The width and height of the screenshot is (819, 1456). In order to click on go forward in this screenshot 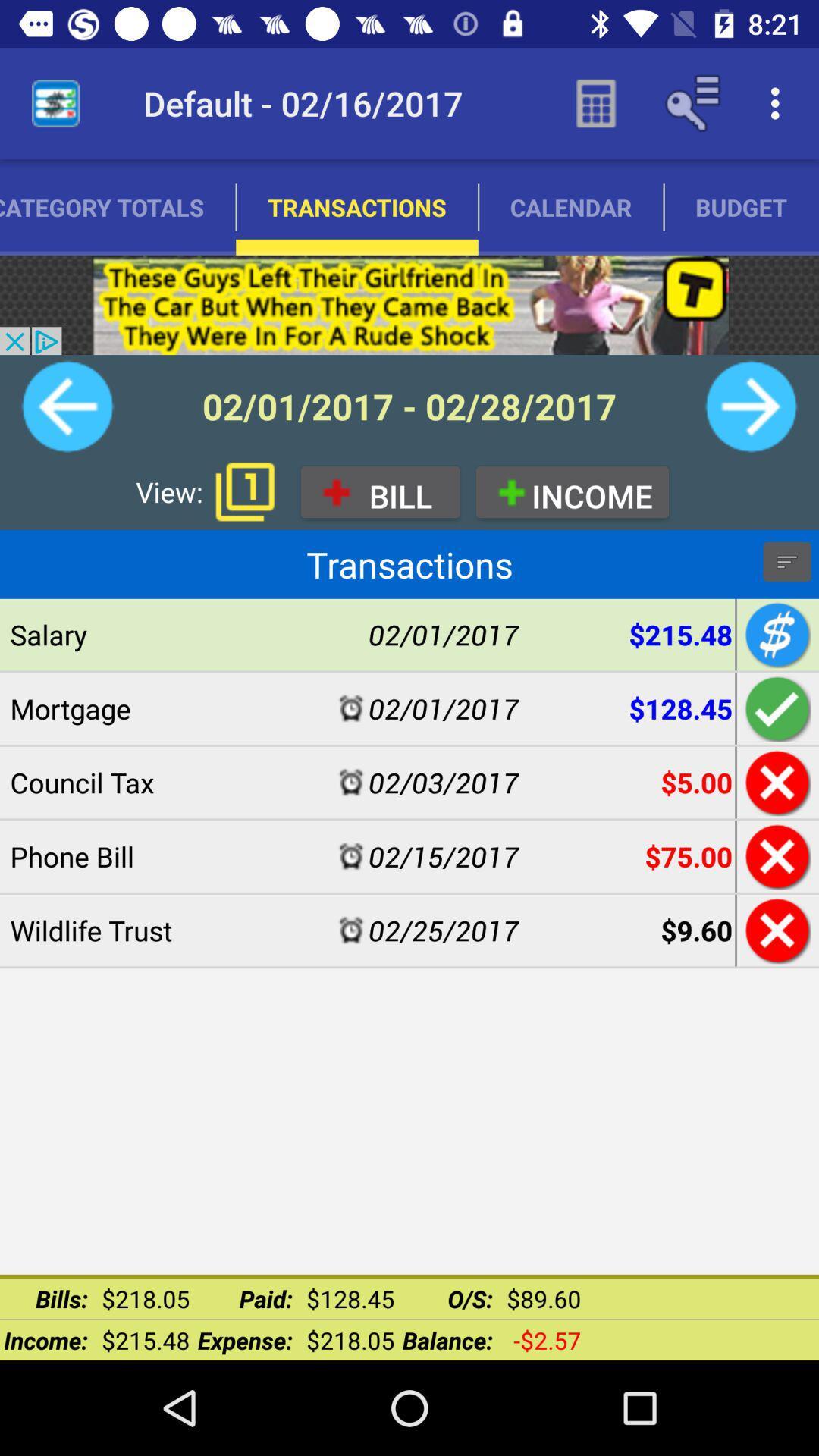, I will do `click(751, 406)`.